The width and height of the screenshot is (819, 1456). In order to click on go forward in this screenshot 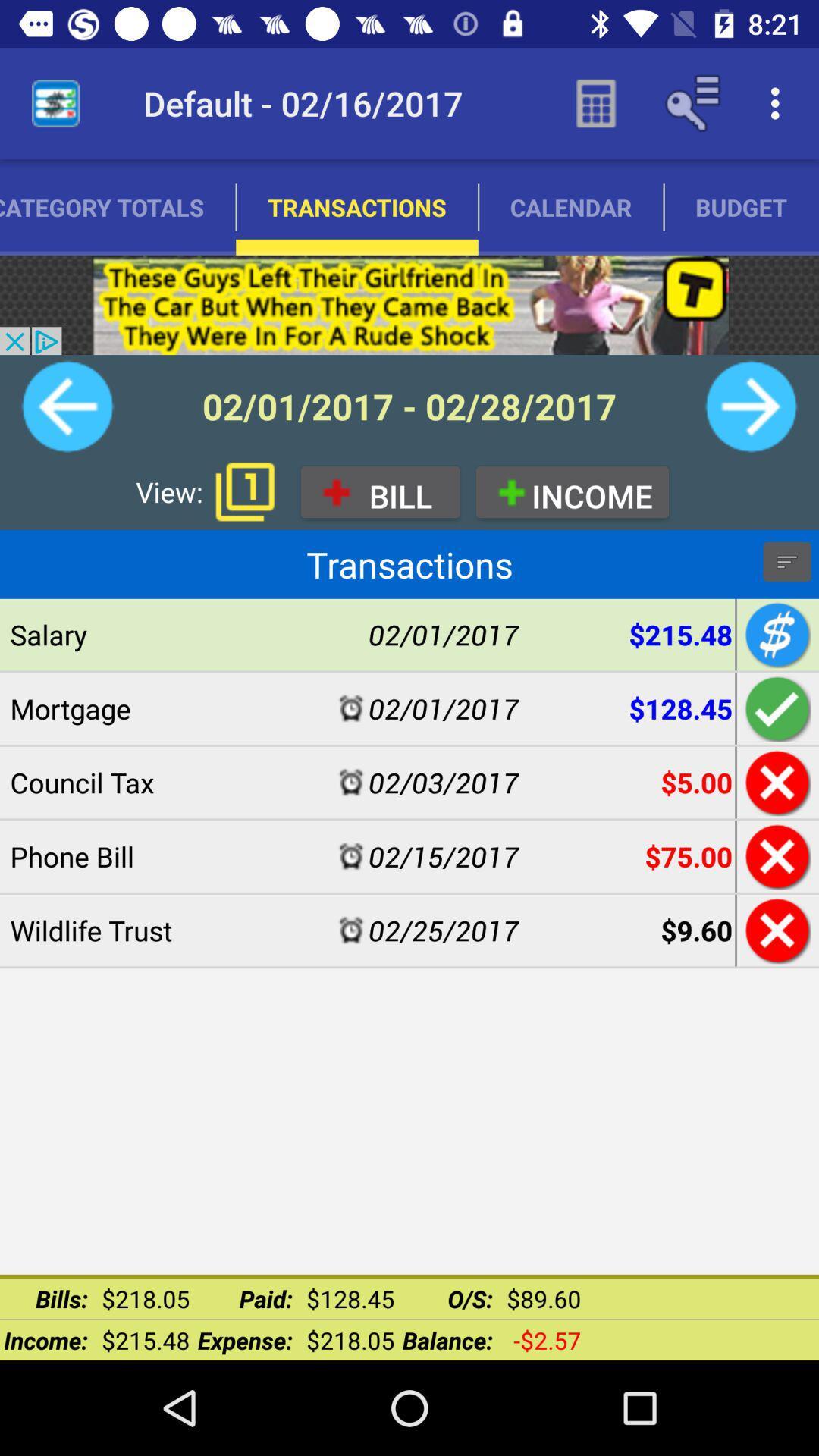, I will do `click(751, 406)`.